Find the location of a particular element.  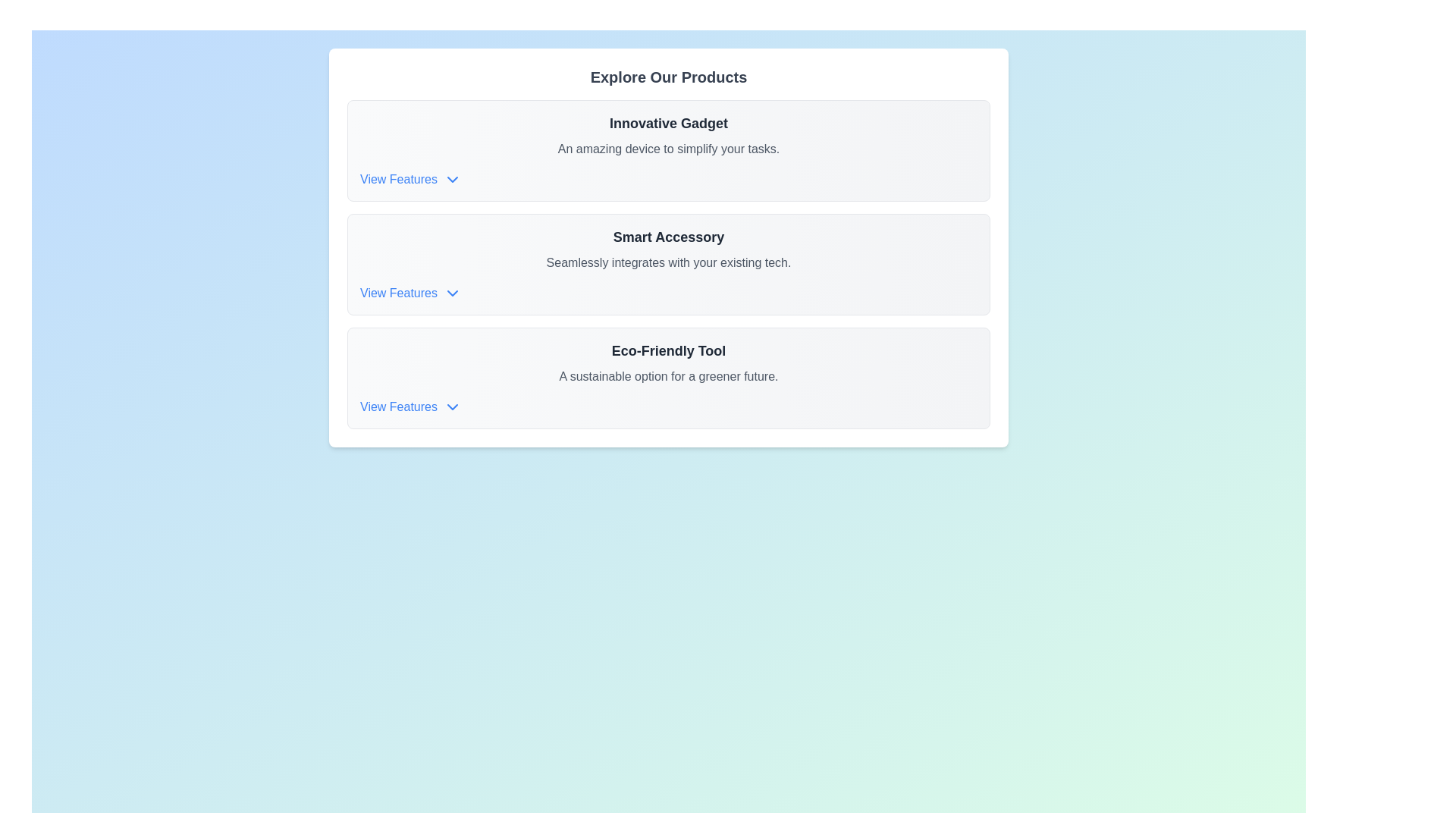

text label displaying 'Smart Accessory', which is styled as a header in bold, large font, located in the middle section of three similar stacked sections is located at coordinates (668, 237).